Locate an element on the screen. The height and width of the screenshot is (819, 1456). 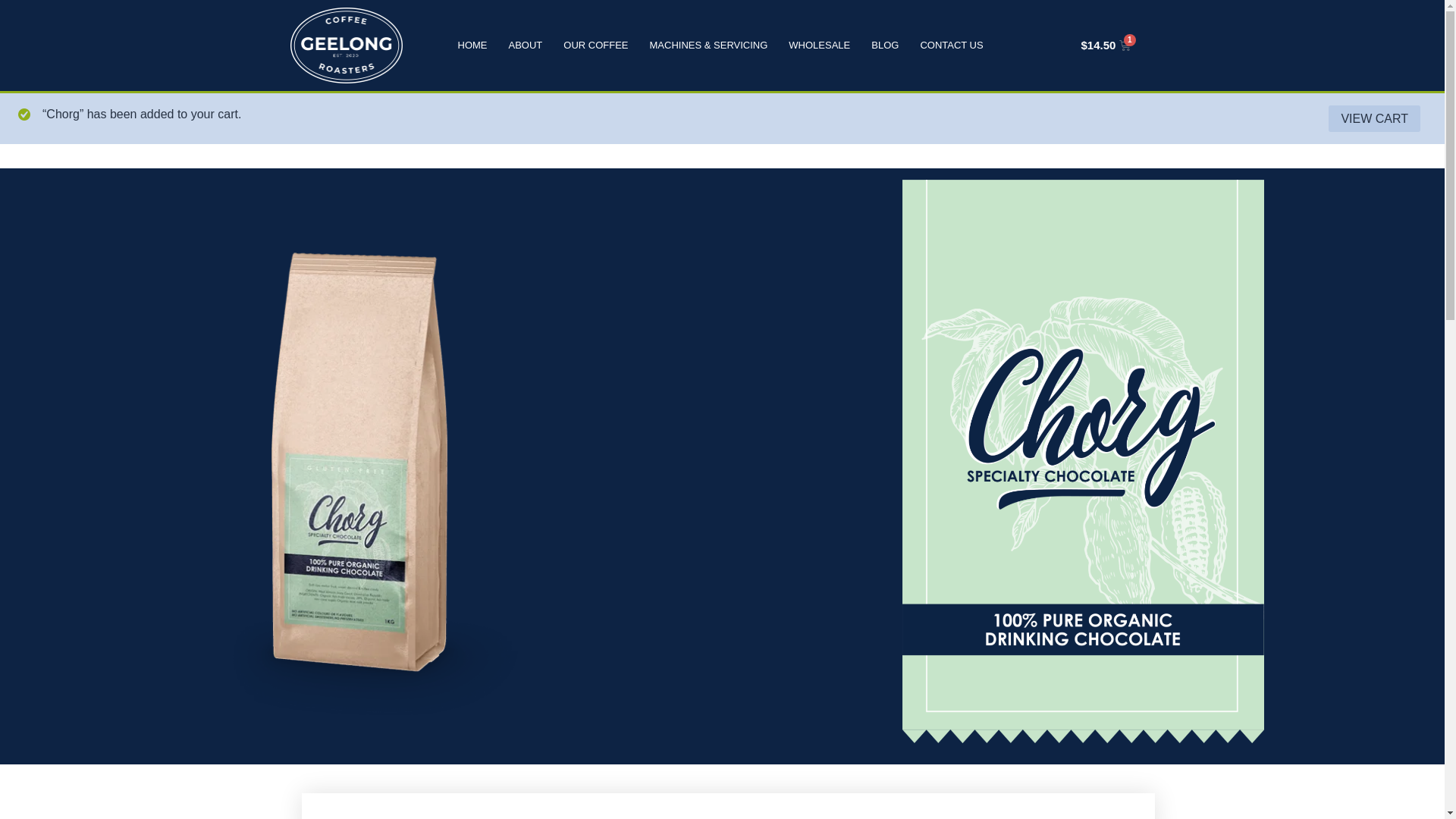
'WHOLESALE' is located at coordinates (818, 45).